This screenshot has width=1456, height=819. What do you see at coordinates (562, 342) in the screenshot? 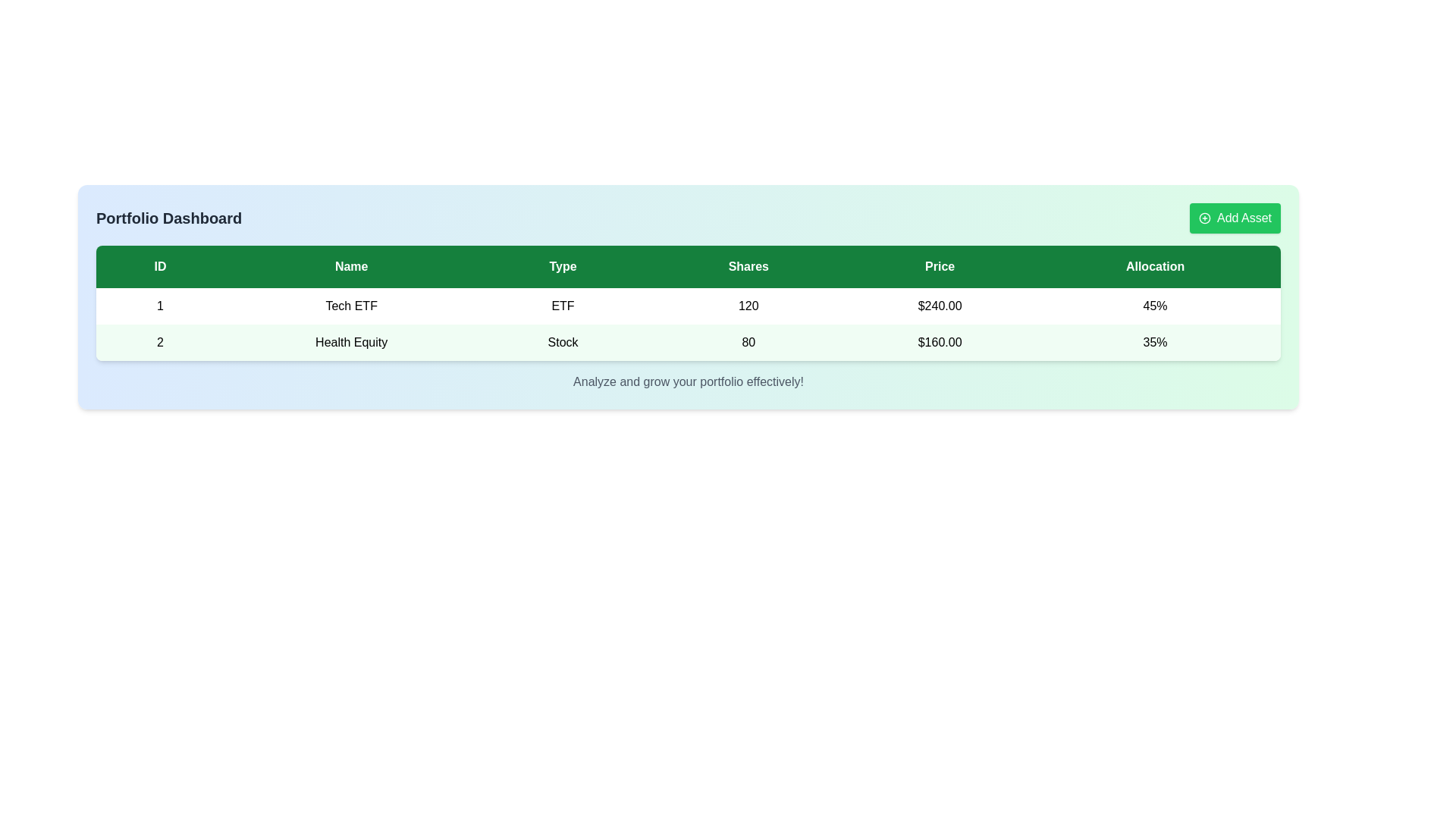
I see `text label indicating the type of the portfolio item located in the 'Type' column of the second row in the financial data table, which is to the right of 'Health Equity'` at bounding box center [562, 342].